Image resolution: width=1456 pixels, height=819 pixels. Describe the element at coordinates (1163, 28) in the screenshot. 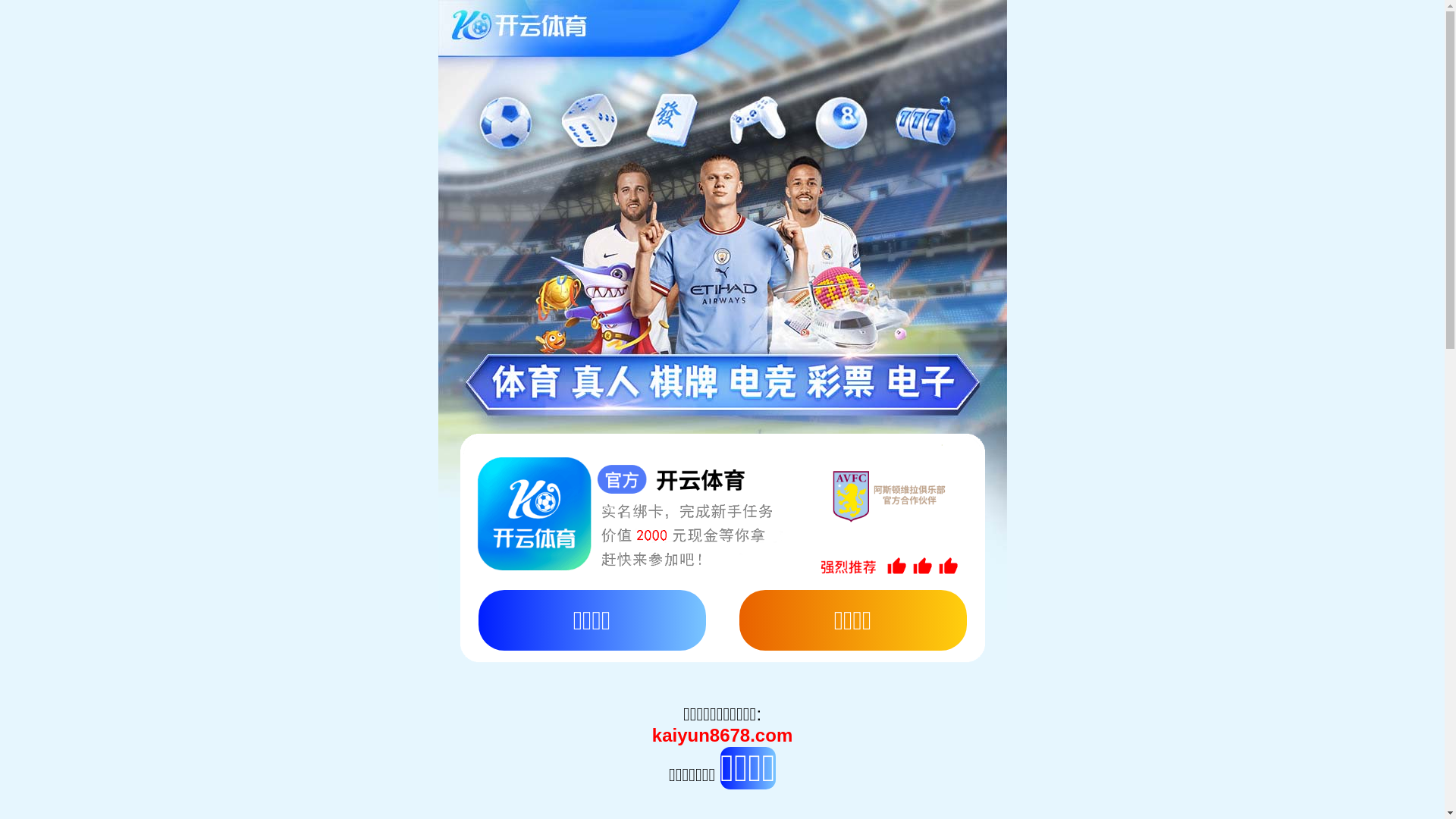

I see `' '` at that location.